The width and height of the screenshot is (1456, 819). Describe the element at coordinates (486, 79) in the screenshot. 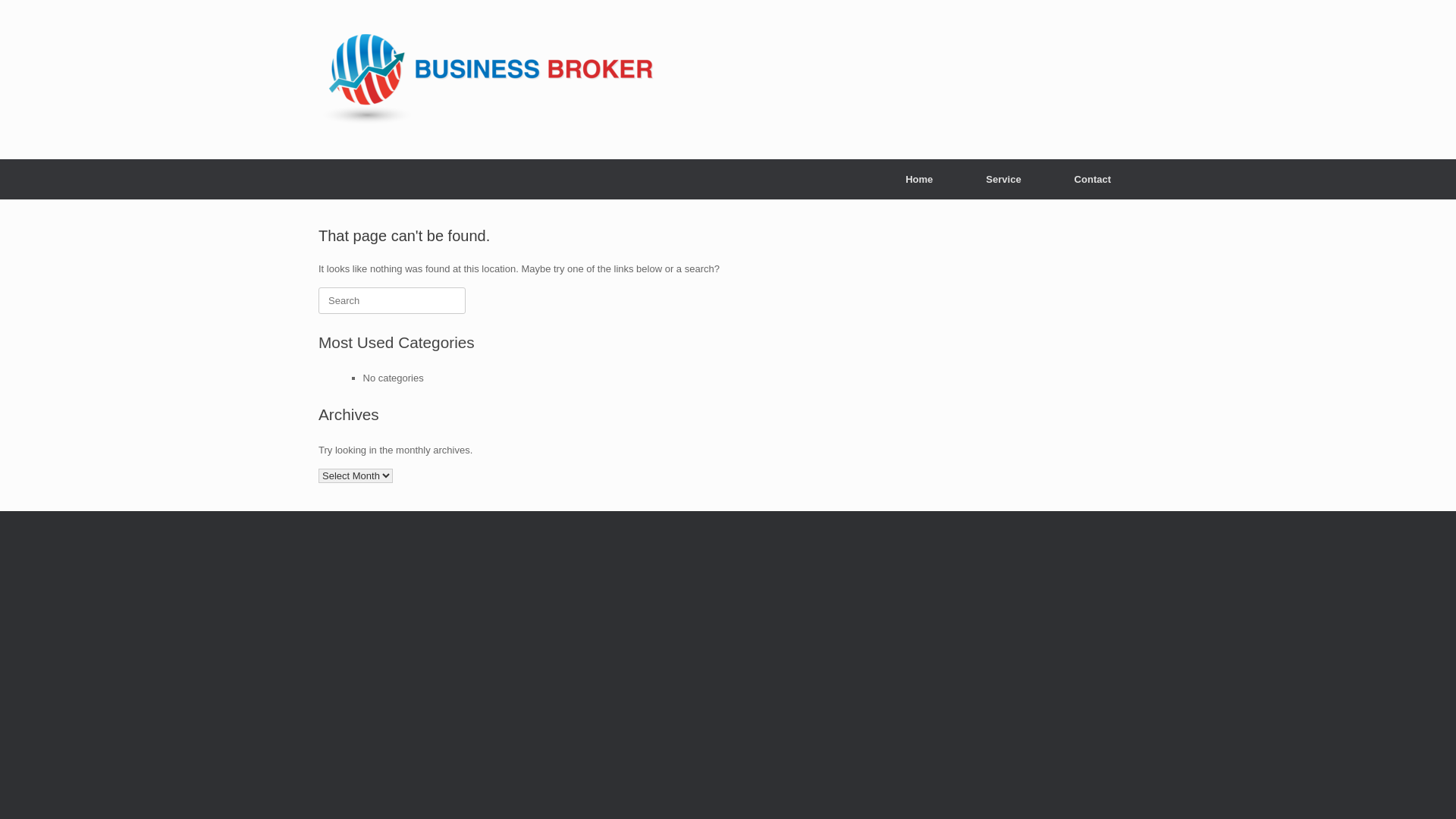

I see `'Business Broker'` at that location.